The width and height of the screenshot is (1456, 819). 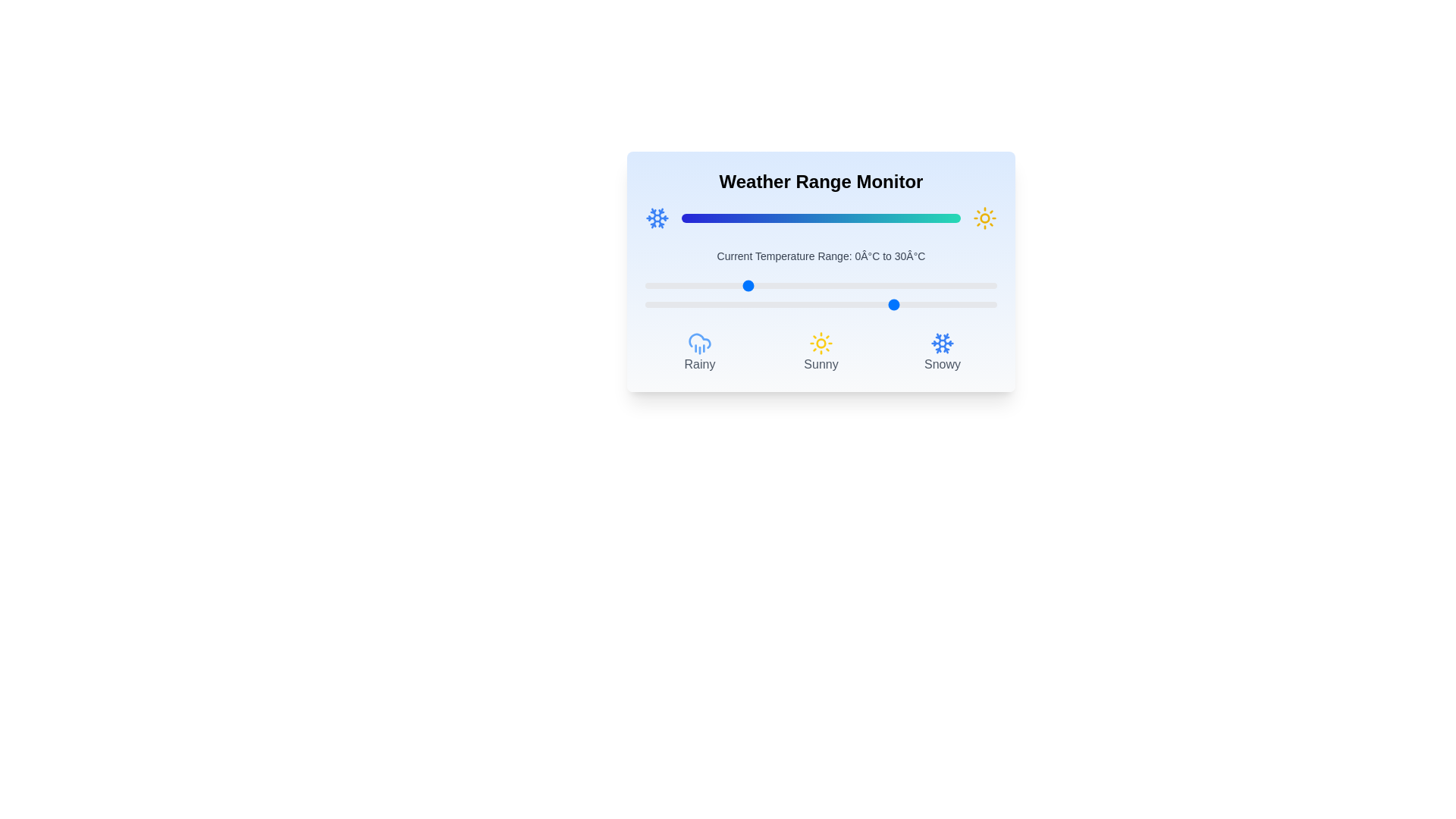 What do you see at coordinates (942, 343) in the screenshot?
I see `the prominent blue snowflake icon located in the bottom-right corner of the weather display card, which is part of a set of weather icons and positioned above the 'Snowy' label` at bounding box center [942, 343].